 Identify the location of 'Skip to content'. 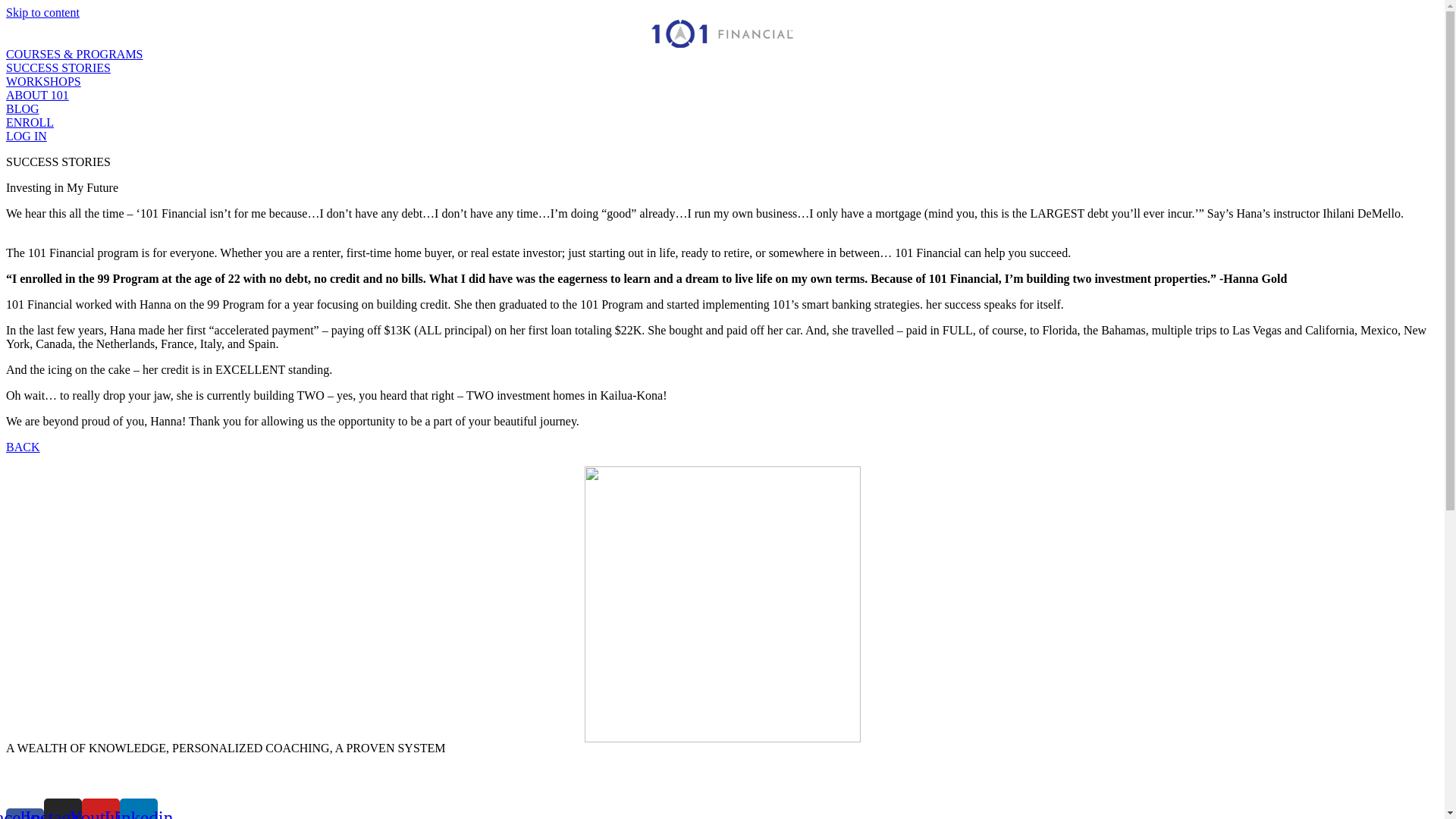
(42, 12).